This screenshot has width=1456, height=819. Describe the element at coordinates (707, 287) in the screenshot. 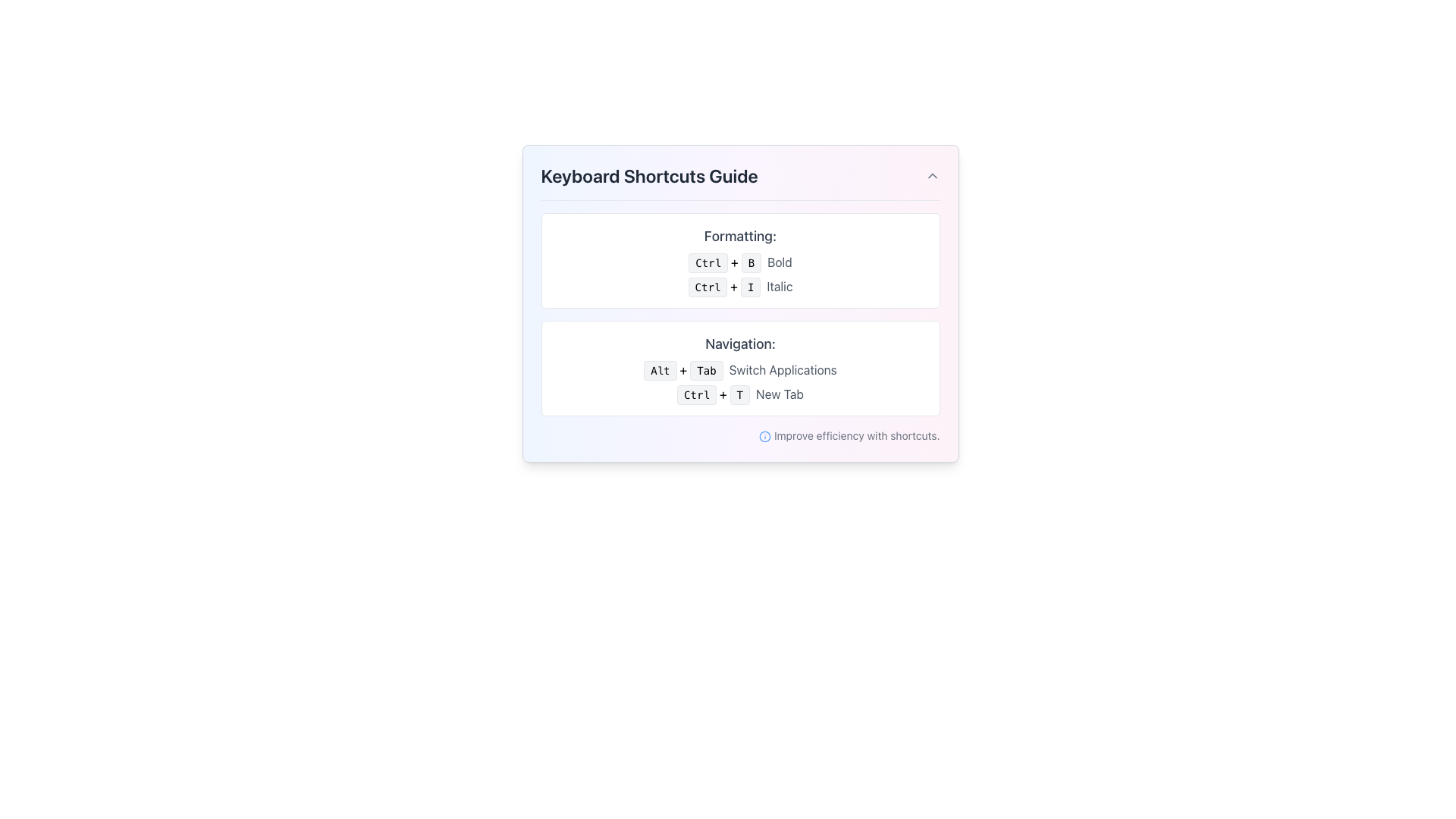

I see `the 'Ctrl' key label in the 'Formatting' section of the 'Keyboard Shortcuts Guide' panel, which is used for italicizing text` at that location.